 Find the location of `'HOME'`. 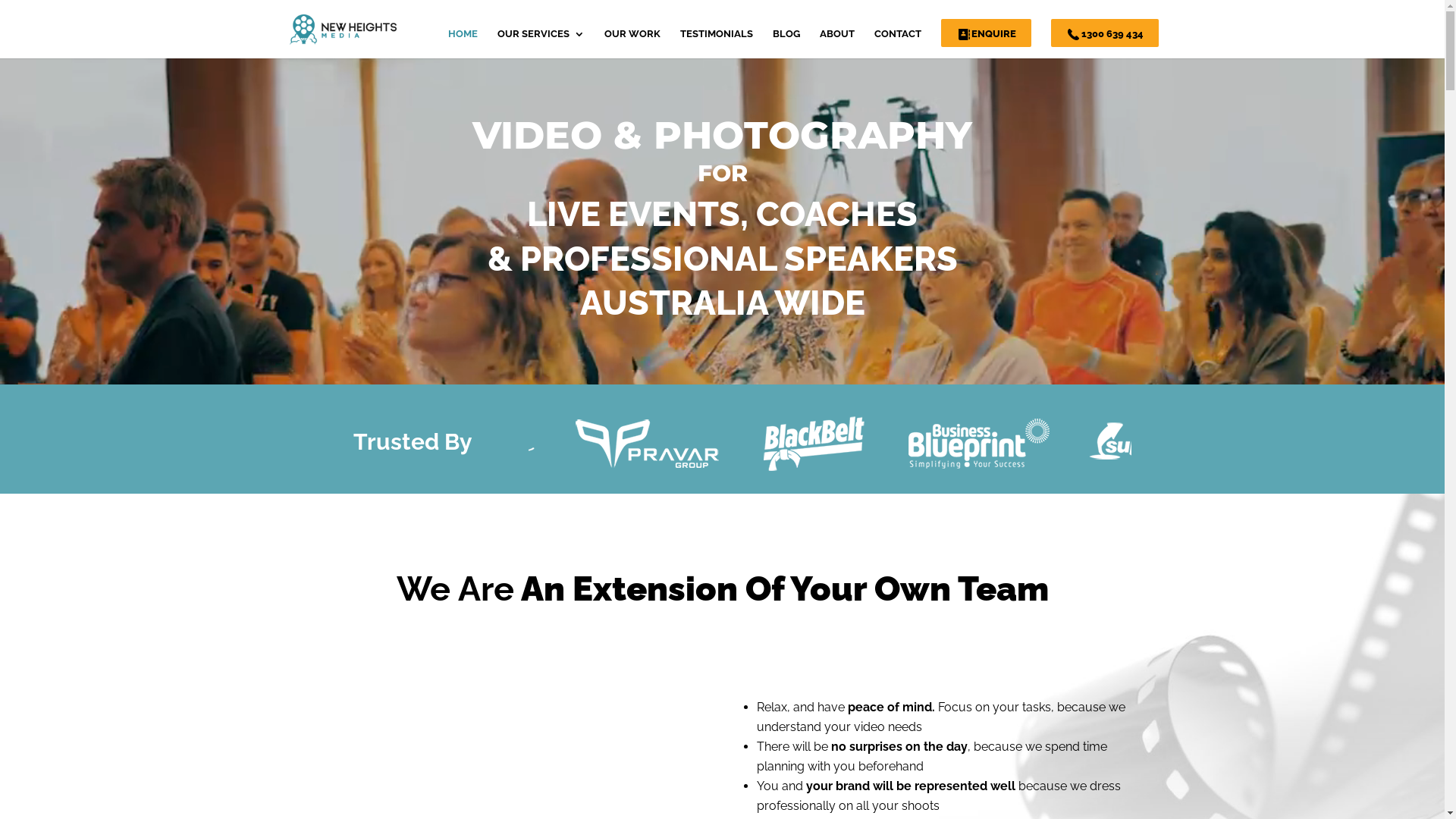

'HOME' is located at coordinates (461, 42).